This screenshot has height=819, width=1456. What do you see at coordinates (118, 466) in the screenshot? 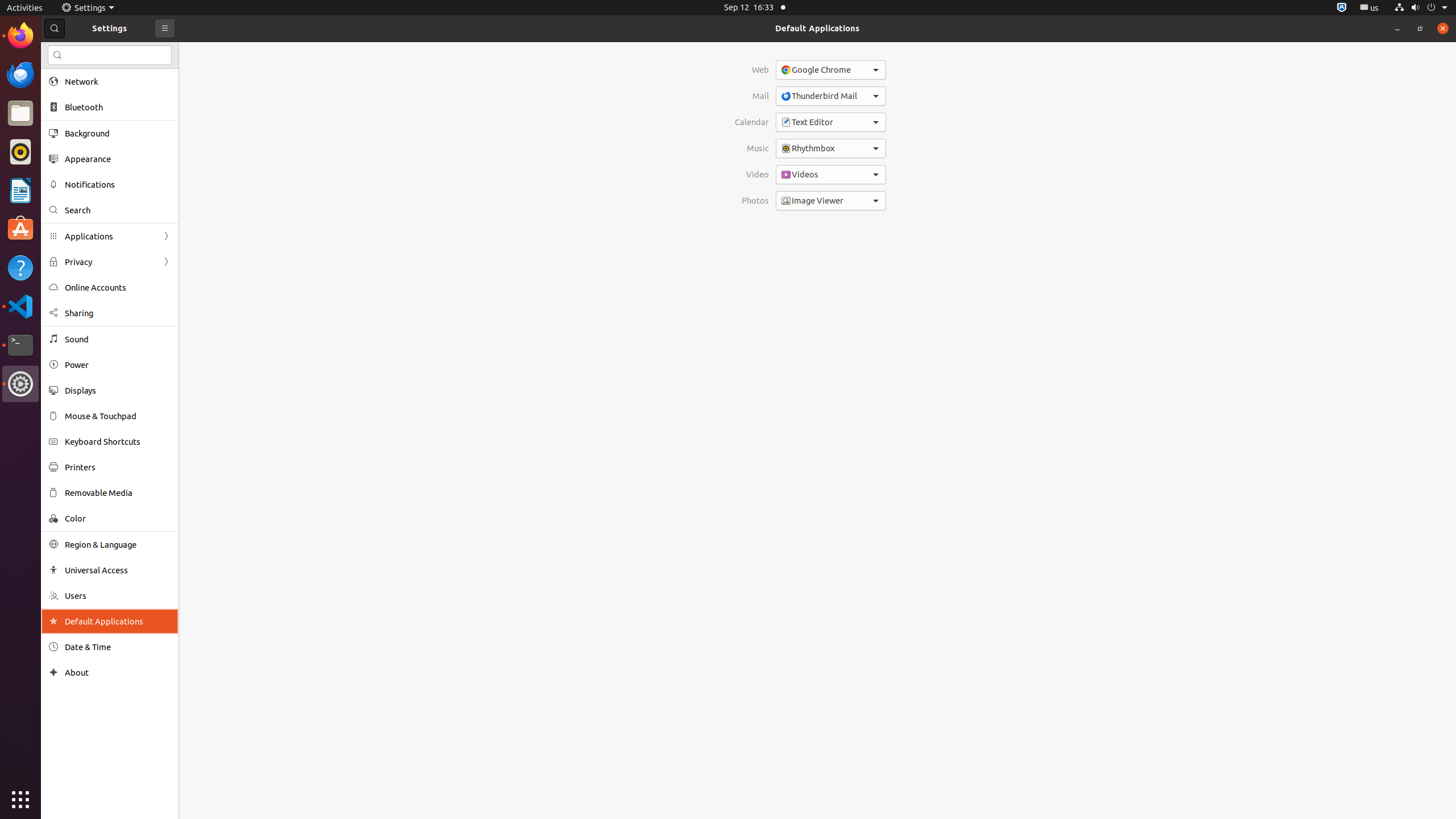
I see `'Printers'` at bounding box center [118, 466].